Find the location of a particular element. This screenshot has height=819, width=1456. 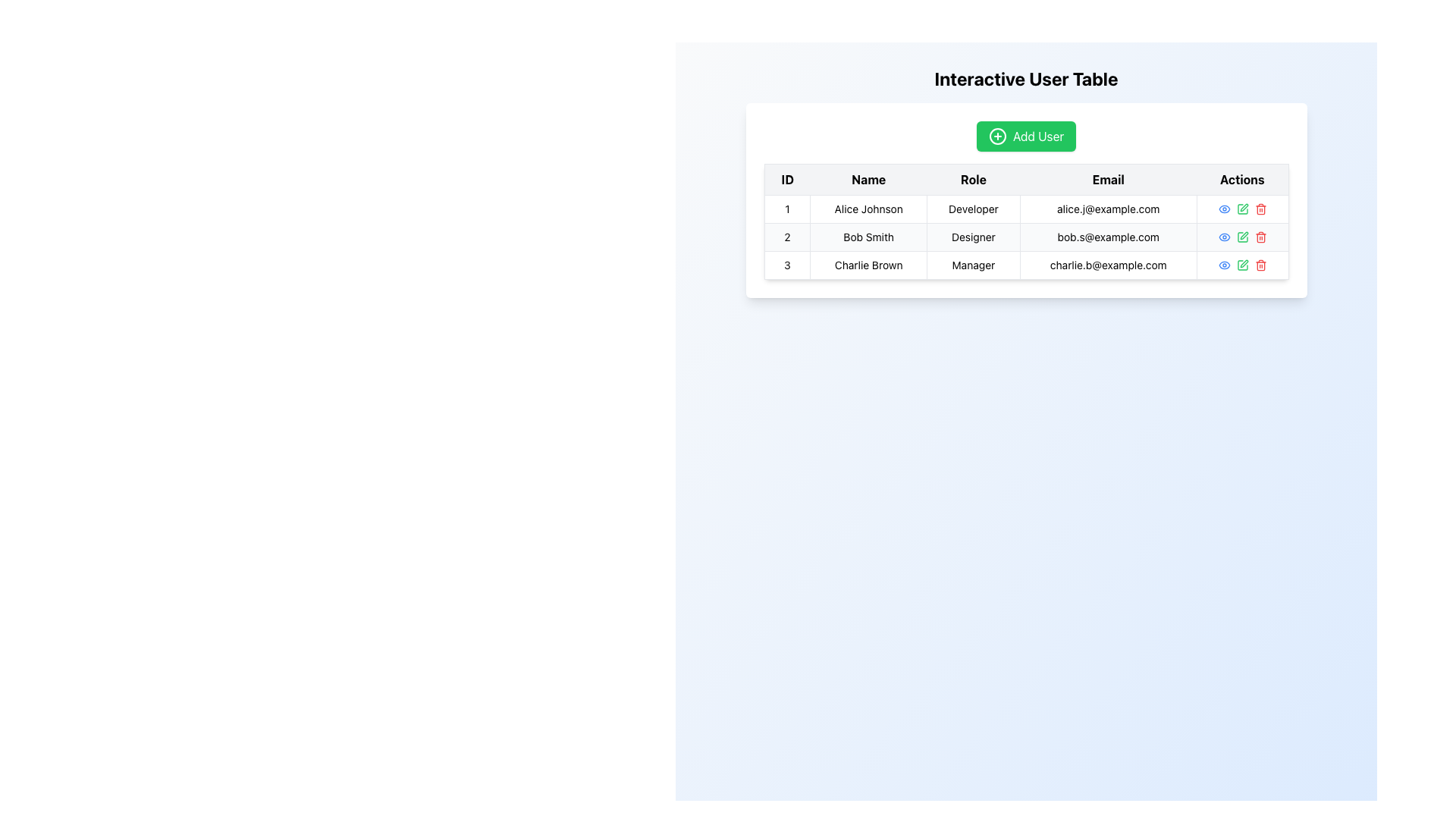

the text label displaying 'Bob Smith' located in the second column of the second row of the table is located at coordinates (868, 237).